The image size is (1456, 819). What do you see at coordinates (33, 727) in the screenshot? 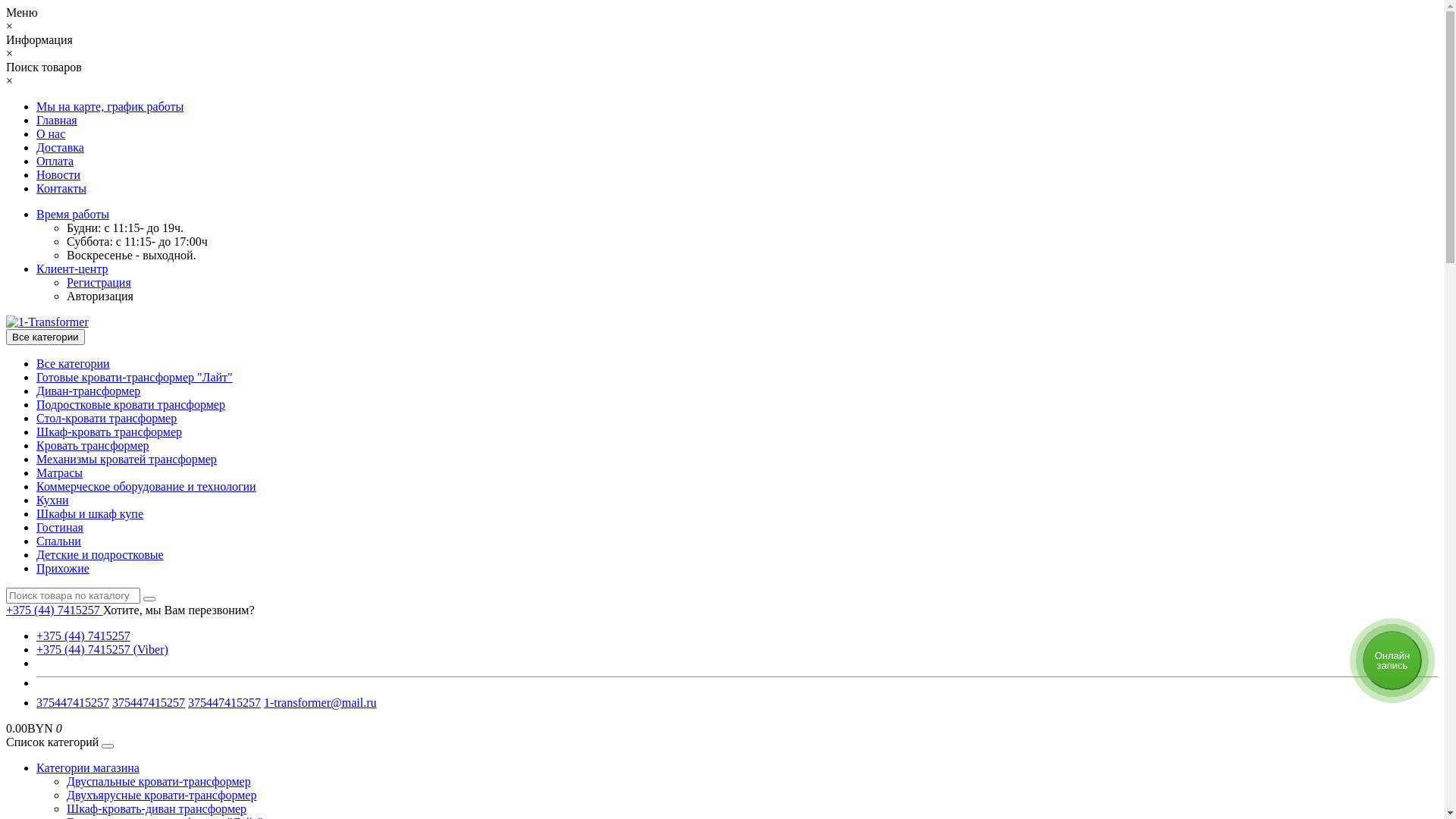
I see `'0.00BYN 0'` at bounding box center [33, 727].